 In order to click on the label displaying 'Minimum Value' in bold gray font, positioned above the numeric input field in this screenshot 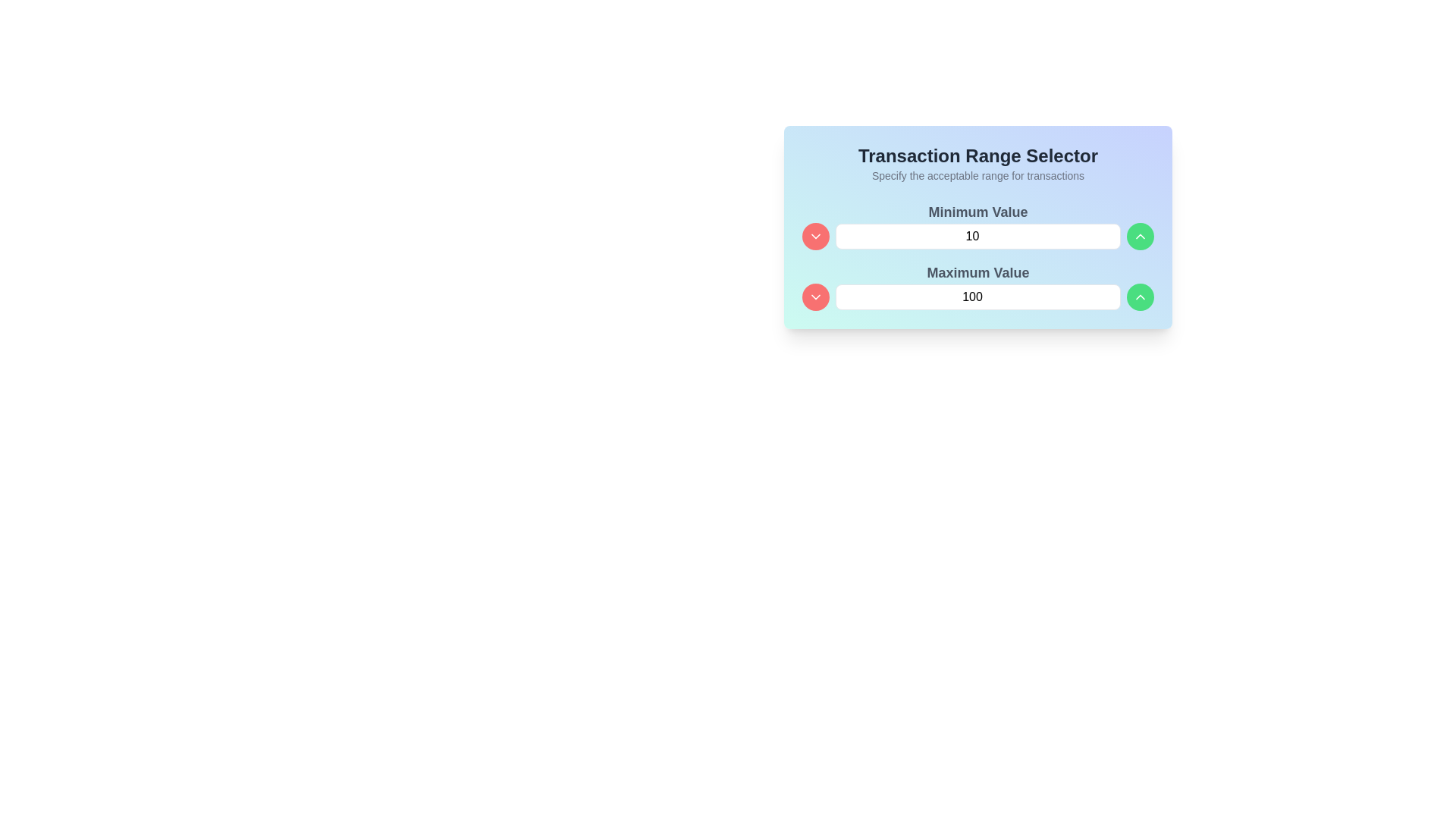, I will do `click(978, 225)`.